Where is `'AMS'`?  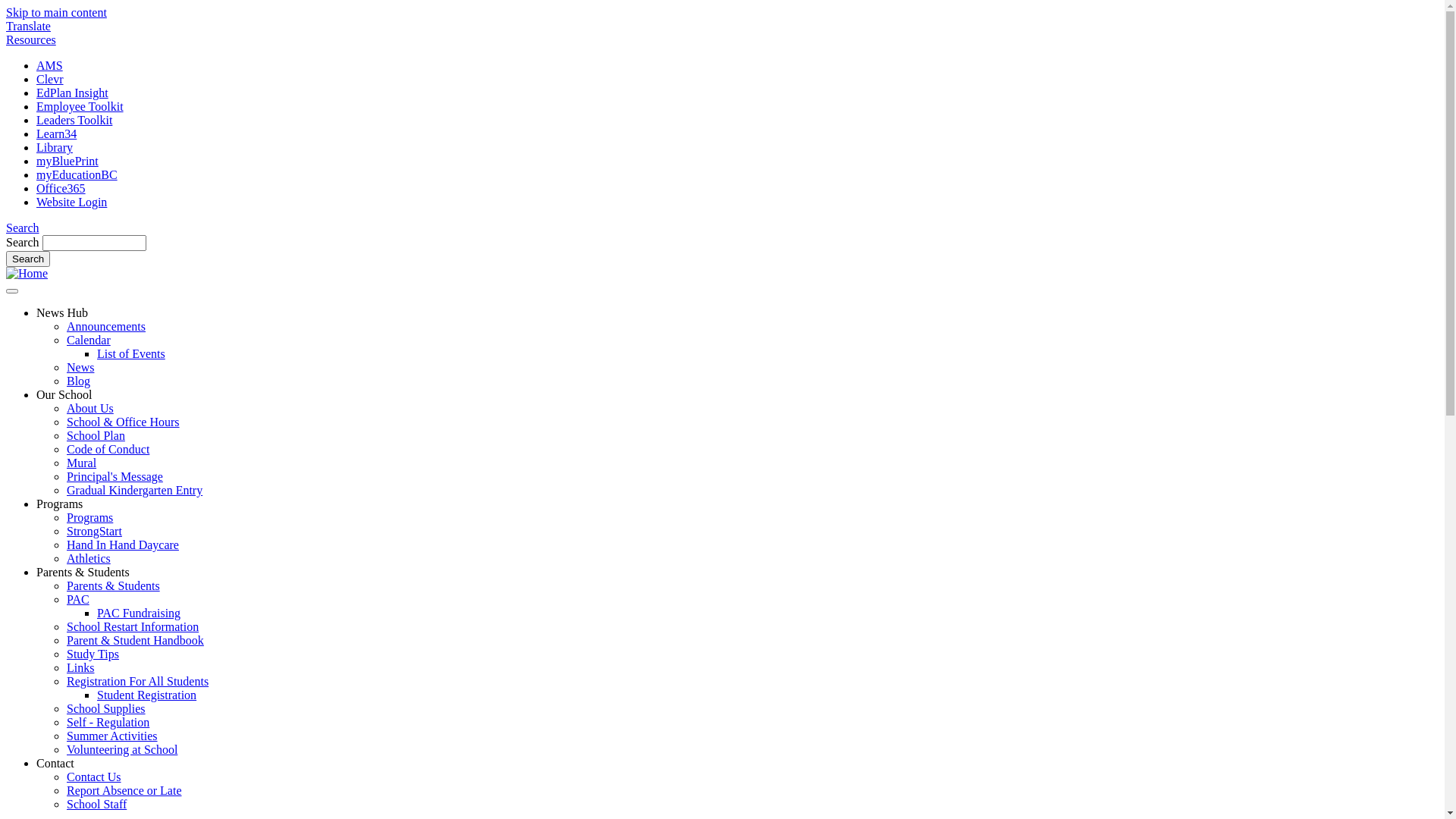
'AMS' is located at coordinates (36, 64).